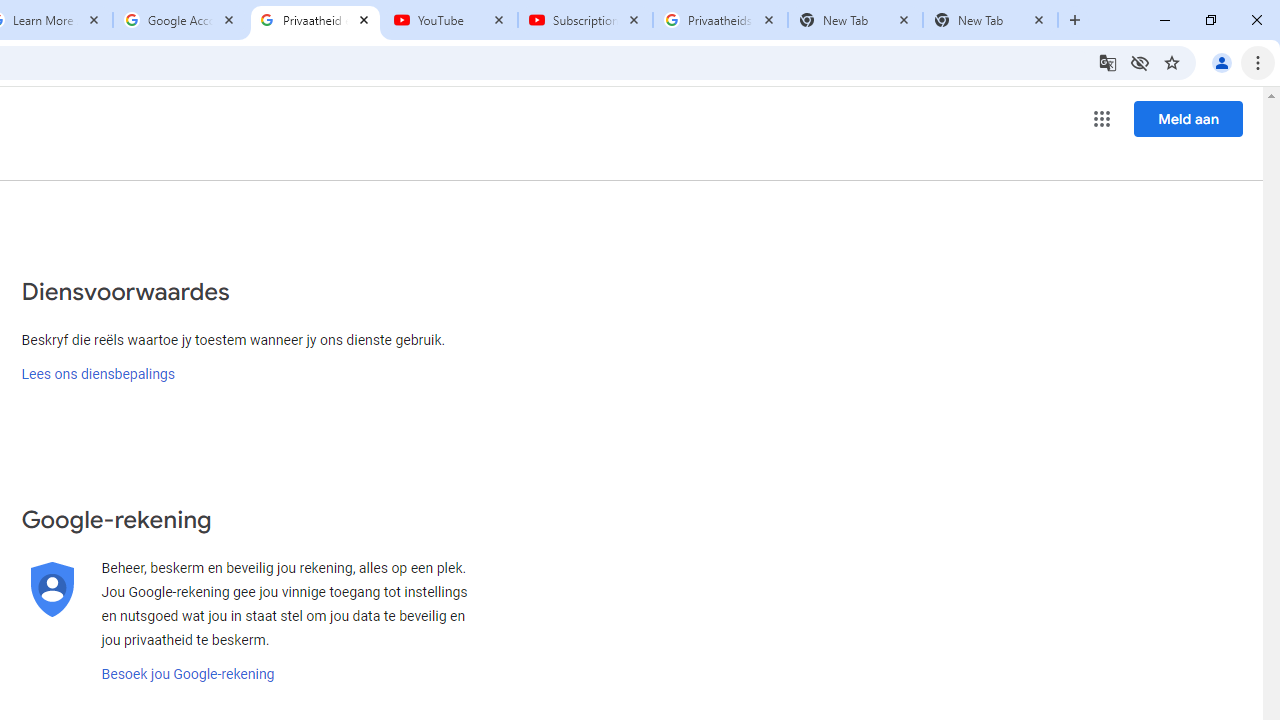 The height and width of the screenshot is (720, 1280). I want to click on 'YouTube', so click(449, 20).